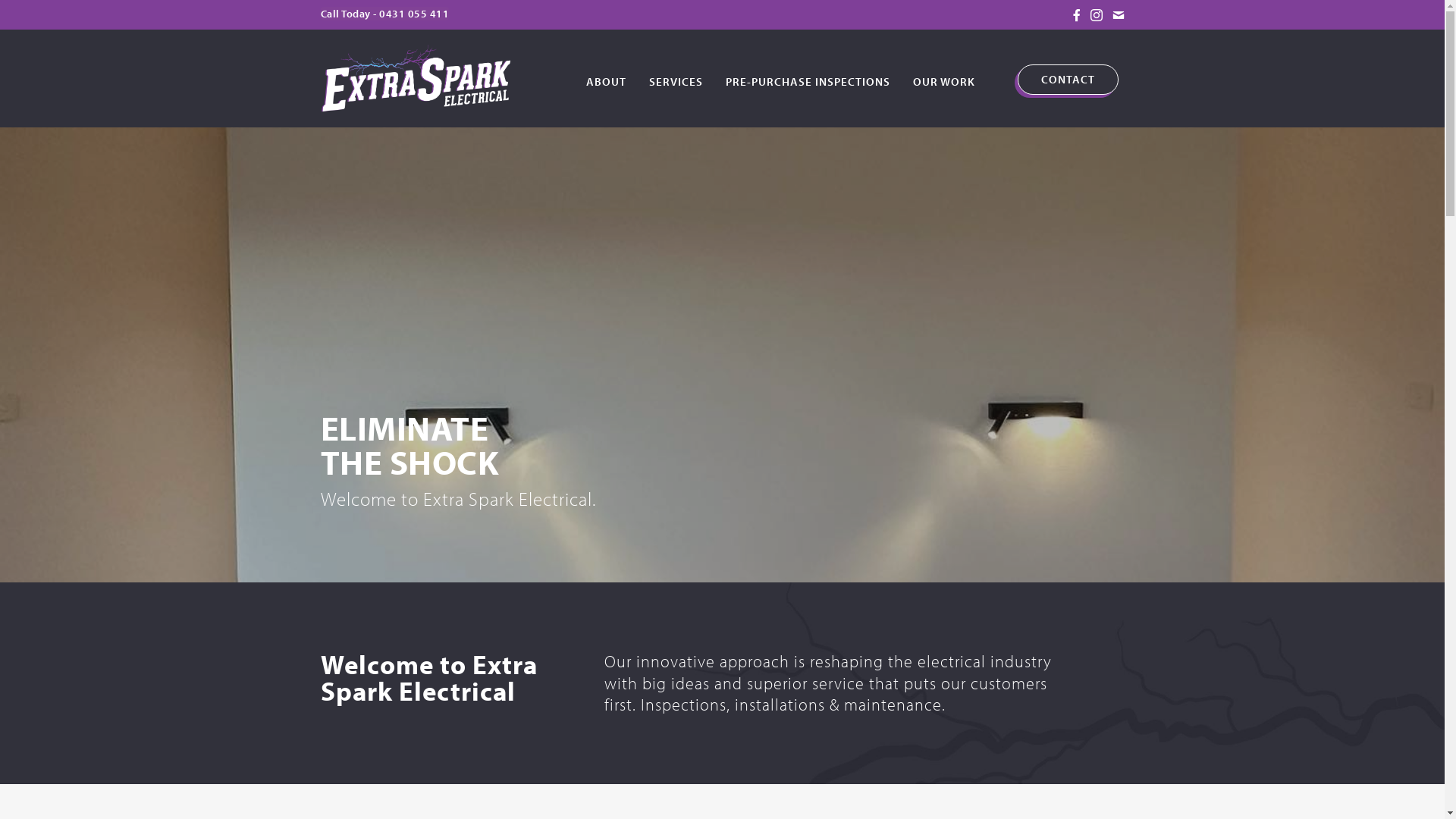 The height and width of the screenshot is (819, 1456). I want to click on 'Extra_Spark_Logo_INVERSE', so click(415, 76).